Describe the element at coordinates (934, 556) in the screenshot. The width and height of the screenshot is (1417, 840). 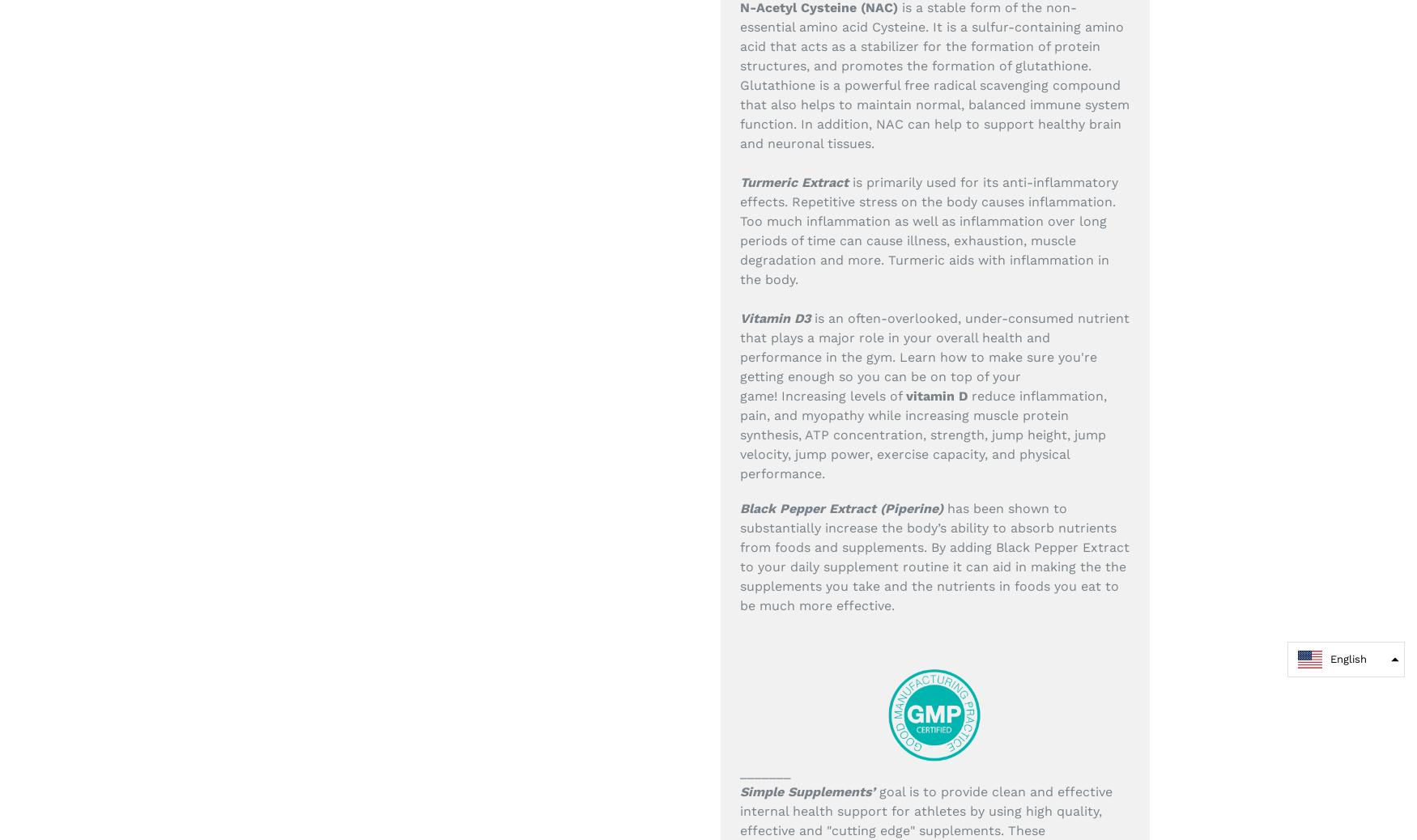
I see `'has been shown to substantially increase the body’s ability to absorb nutrients from foods and supplements. By adding Black Pepper Extract to your daily supplement routine it can aid in making the the supplements you take and the nutrients in foods you eat to be much more effective.'` at that location.